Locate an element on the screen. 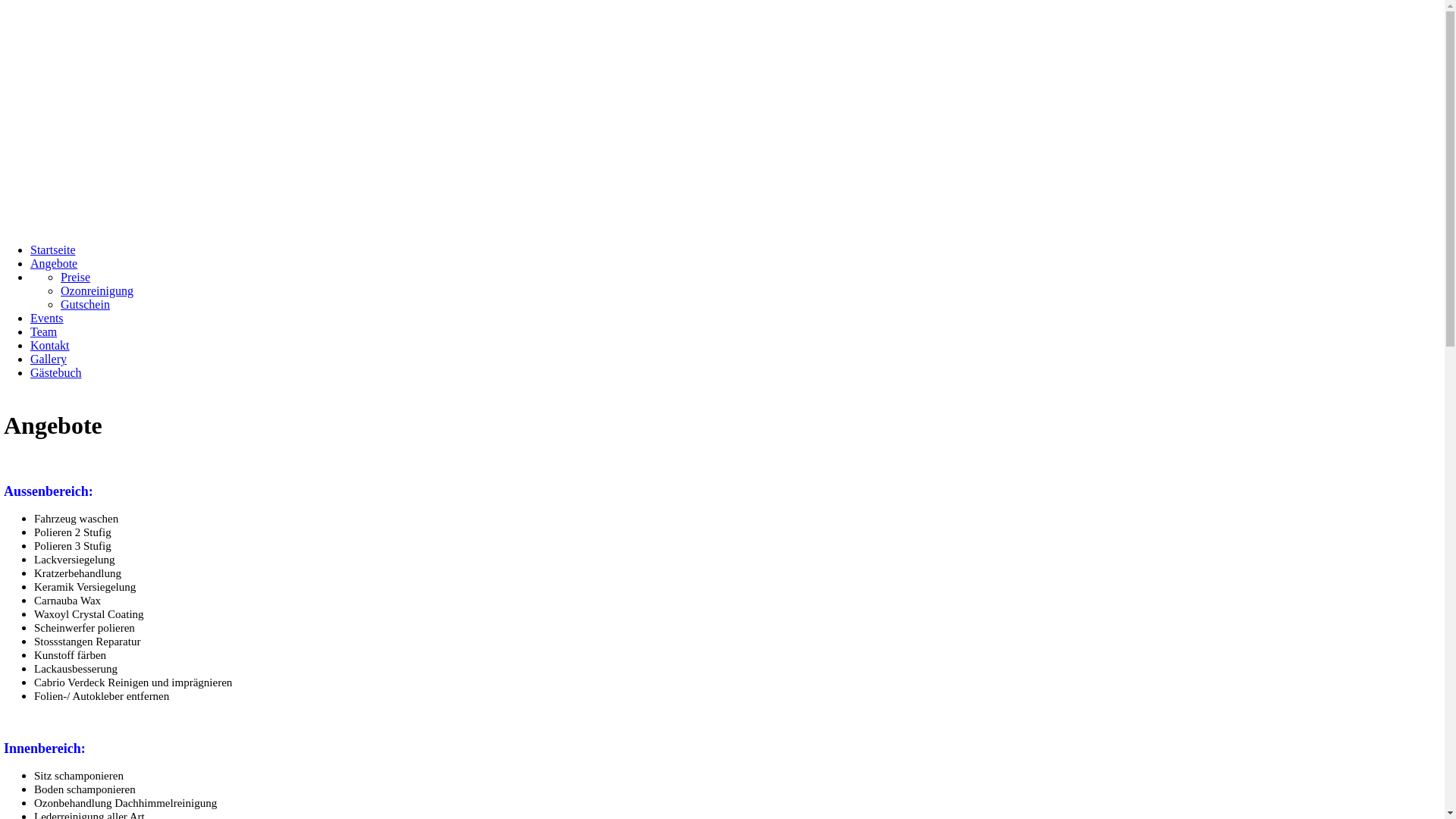 Image resolution: width=1456 pixels, height=819 pixels. 'Gutschein' is located at coordinates (84, 304).